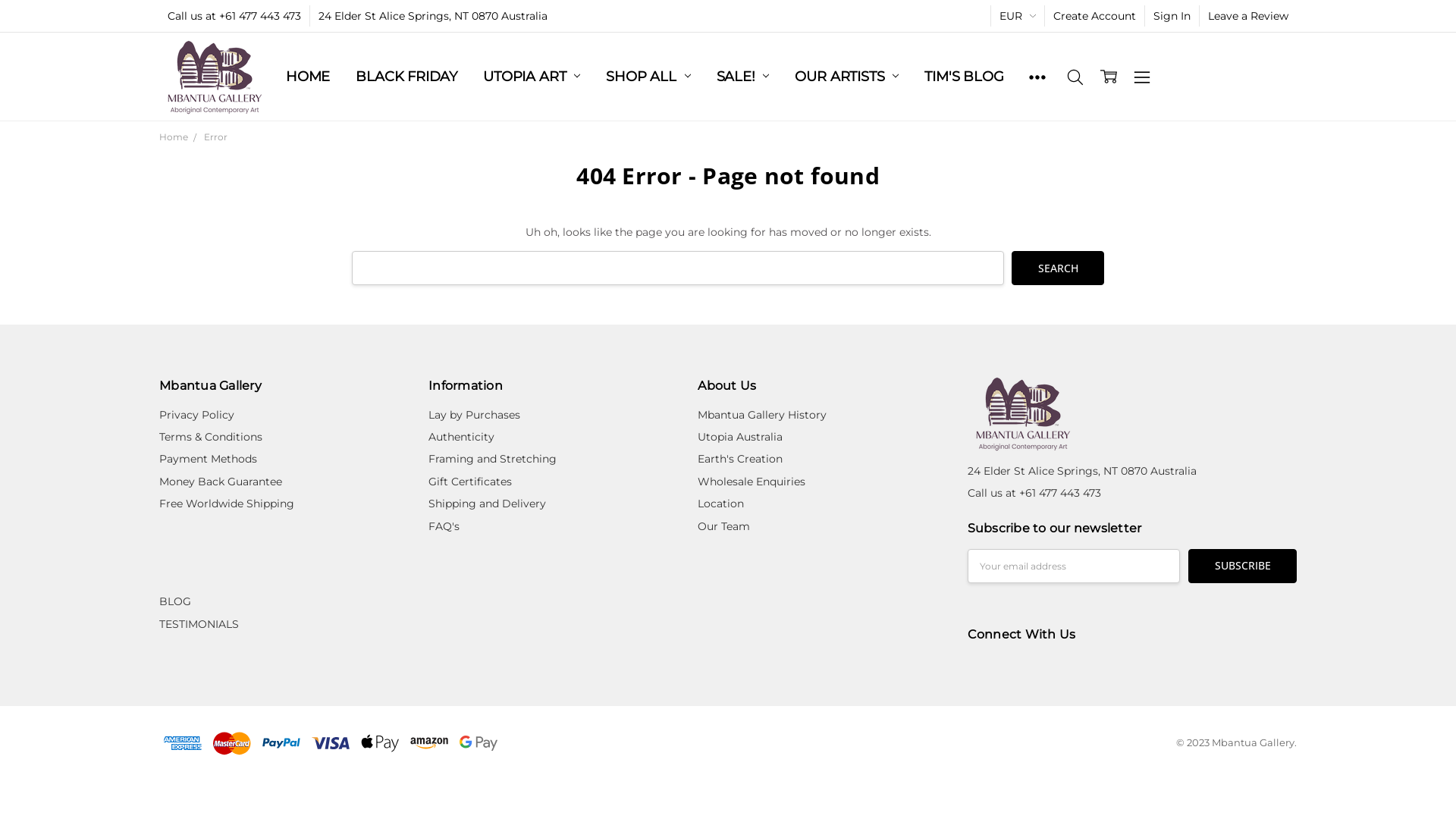 Image resolution: width=1456 pixels, height=819 pixels. I want to click on 'Privacy Policy', so click(196, 415).